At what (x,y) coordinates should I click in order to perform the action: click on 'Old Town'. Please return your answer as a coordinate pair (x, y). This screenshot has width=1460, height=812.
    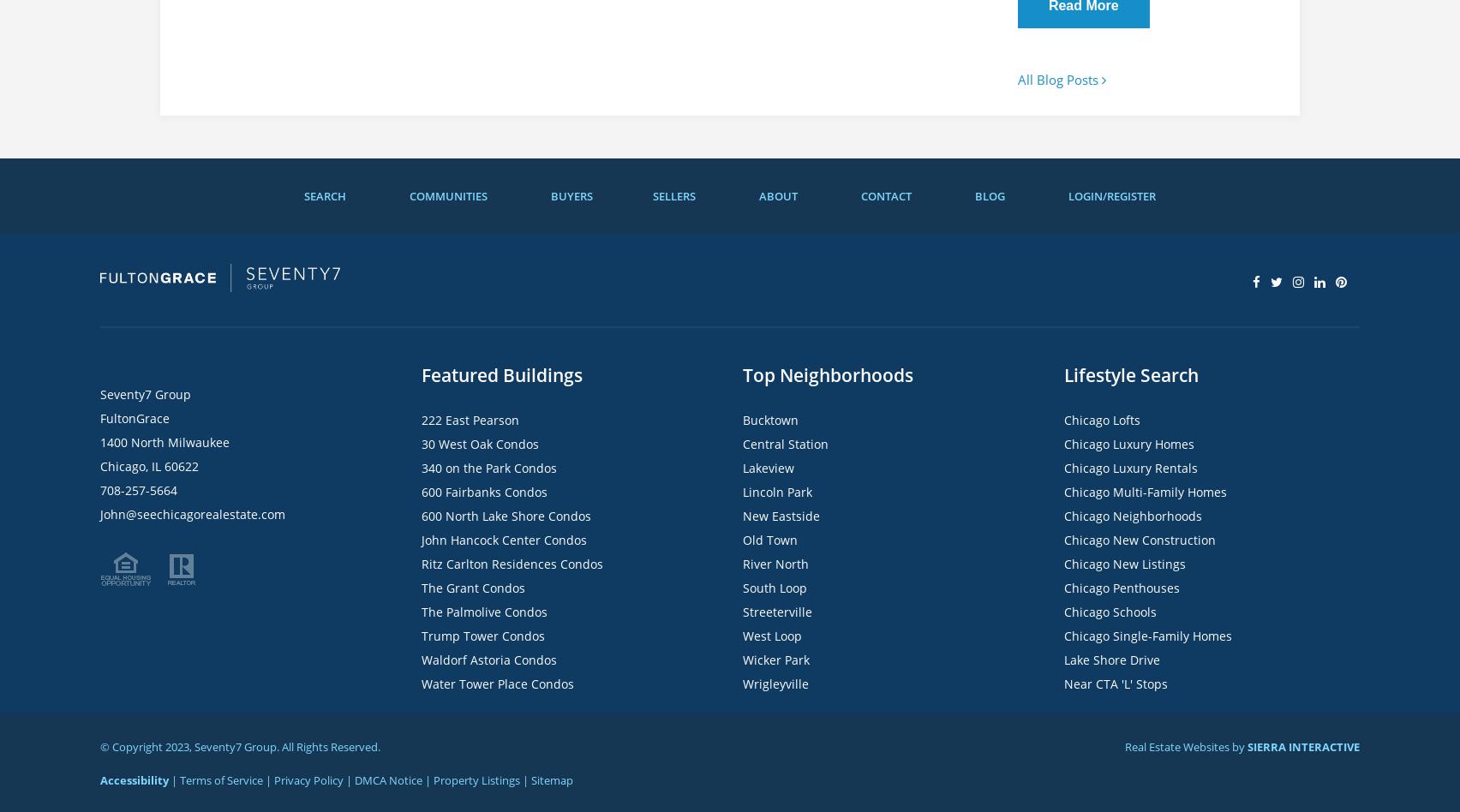
    Looking at the image, I should click on (742, 539).